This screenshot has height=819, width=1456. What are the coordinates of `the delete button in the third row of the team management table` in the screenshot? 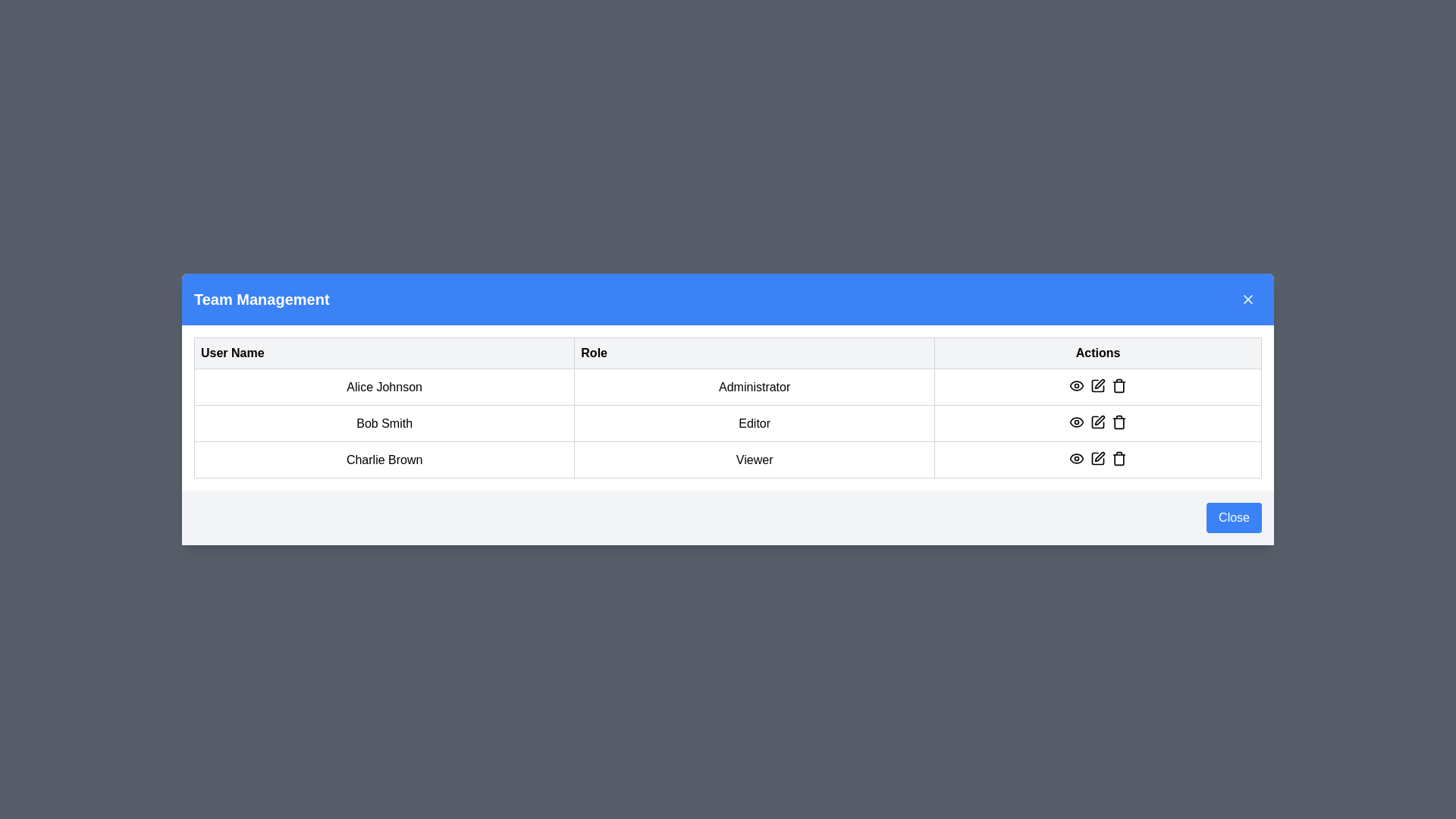 It's located at (1119, 422).